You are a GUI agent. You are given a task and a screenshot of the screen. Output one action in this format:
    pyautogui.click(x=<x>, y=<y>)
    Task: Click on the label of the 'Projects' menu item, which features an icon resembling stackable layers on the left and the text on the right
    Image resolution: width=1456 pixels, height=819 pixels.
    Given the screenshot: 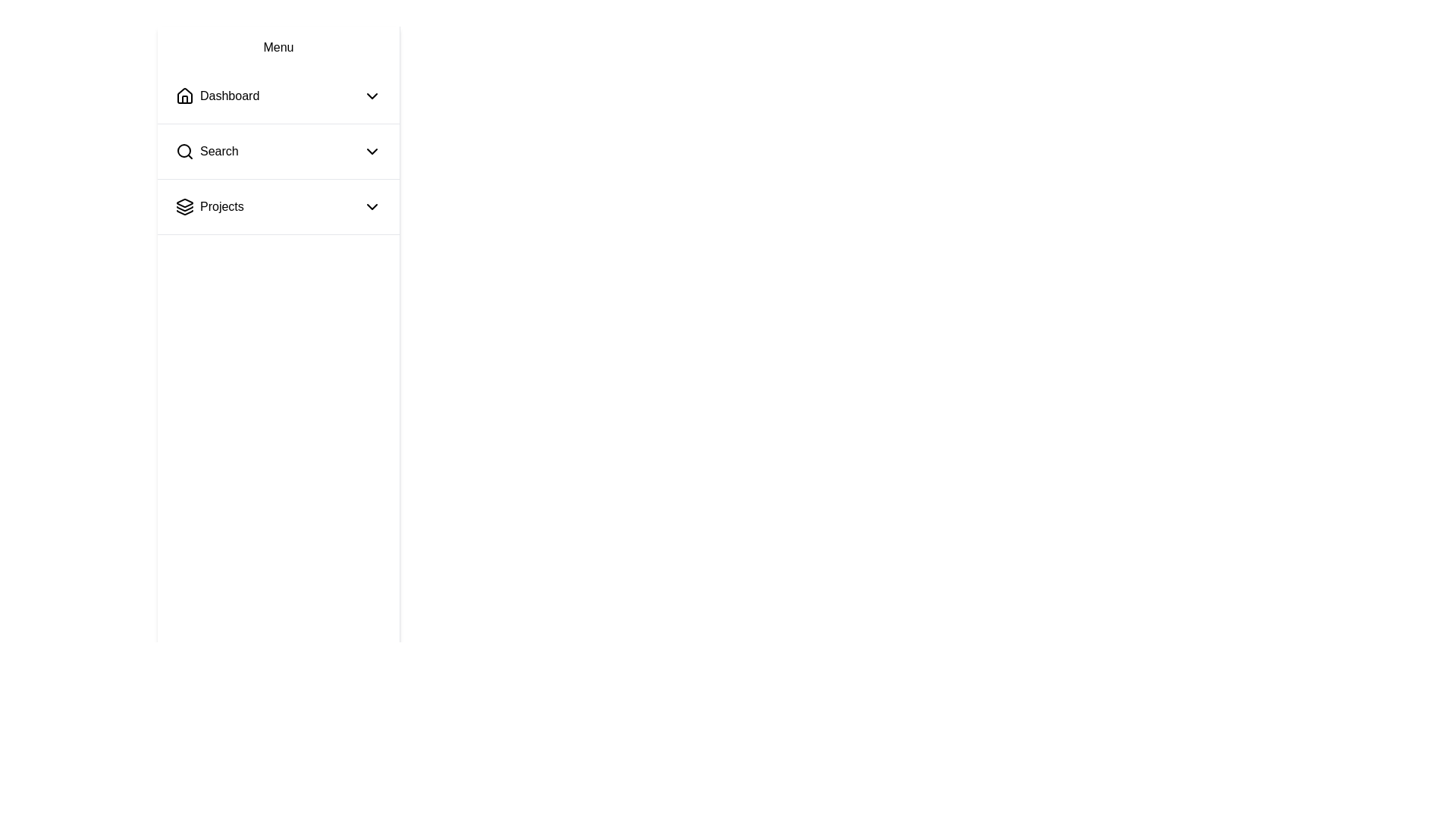 What is the action you would take?
    pyautogui.click(x=209, y=207)
    